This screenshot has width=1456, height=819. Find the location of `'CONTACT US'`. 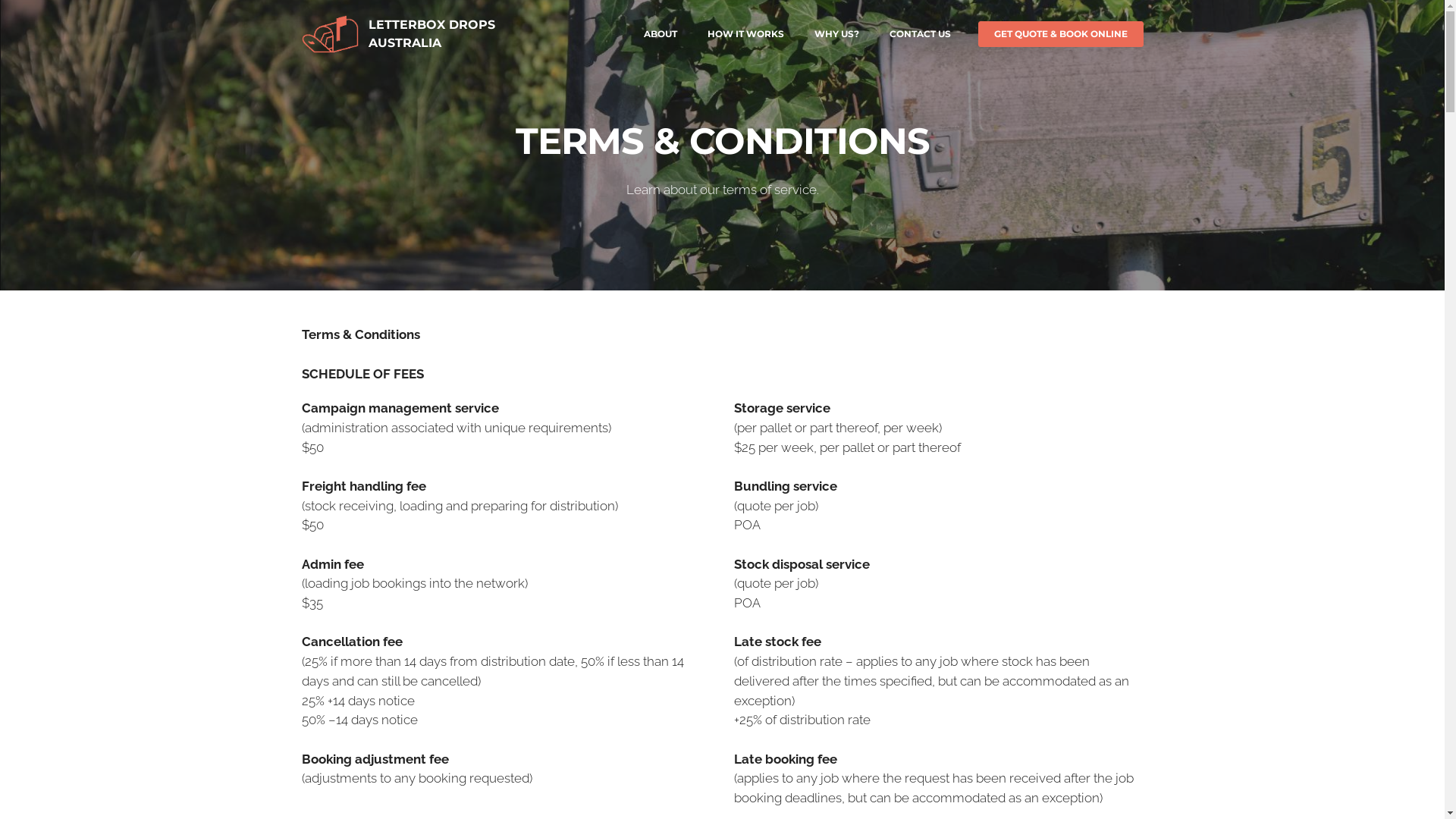

'CONTACT US' is located at coordinates (918, 34).